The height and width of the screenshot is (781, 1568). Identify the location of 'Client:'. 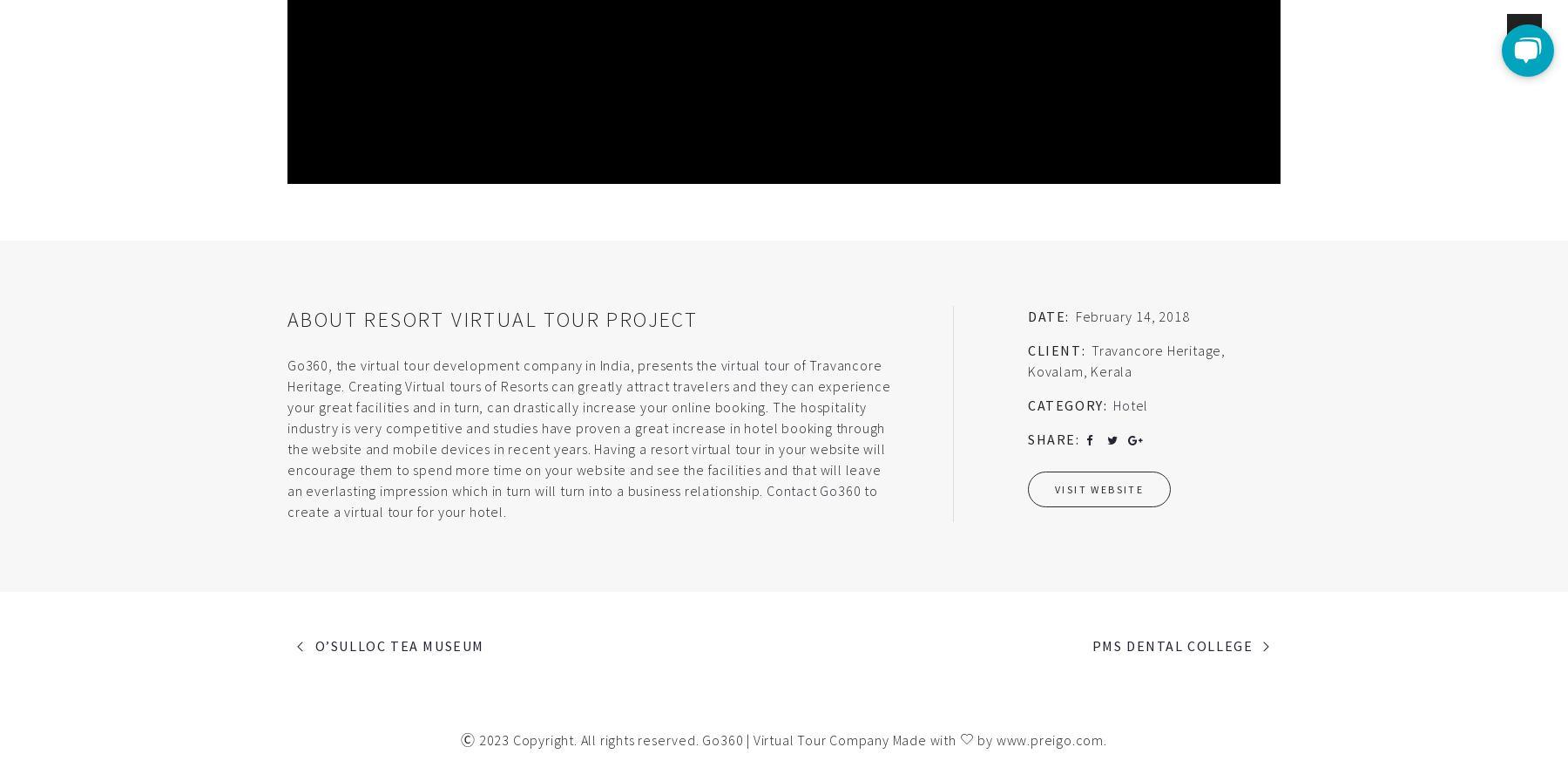
(1056, 349).